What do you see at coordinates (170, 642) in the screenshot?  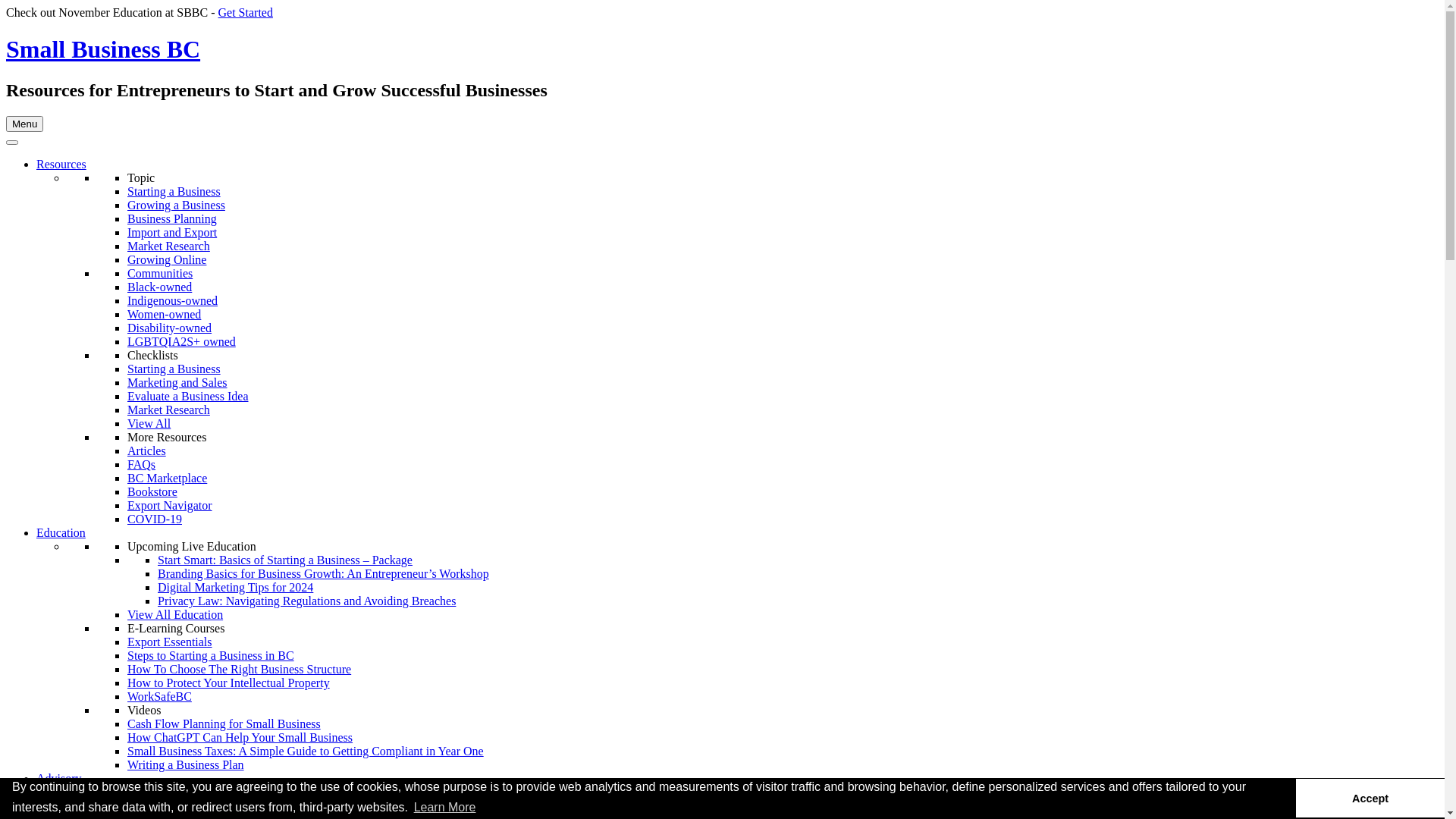 I see `'Export Essentials'` at bounding box center [170, 642].